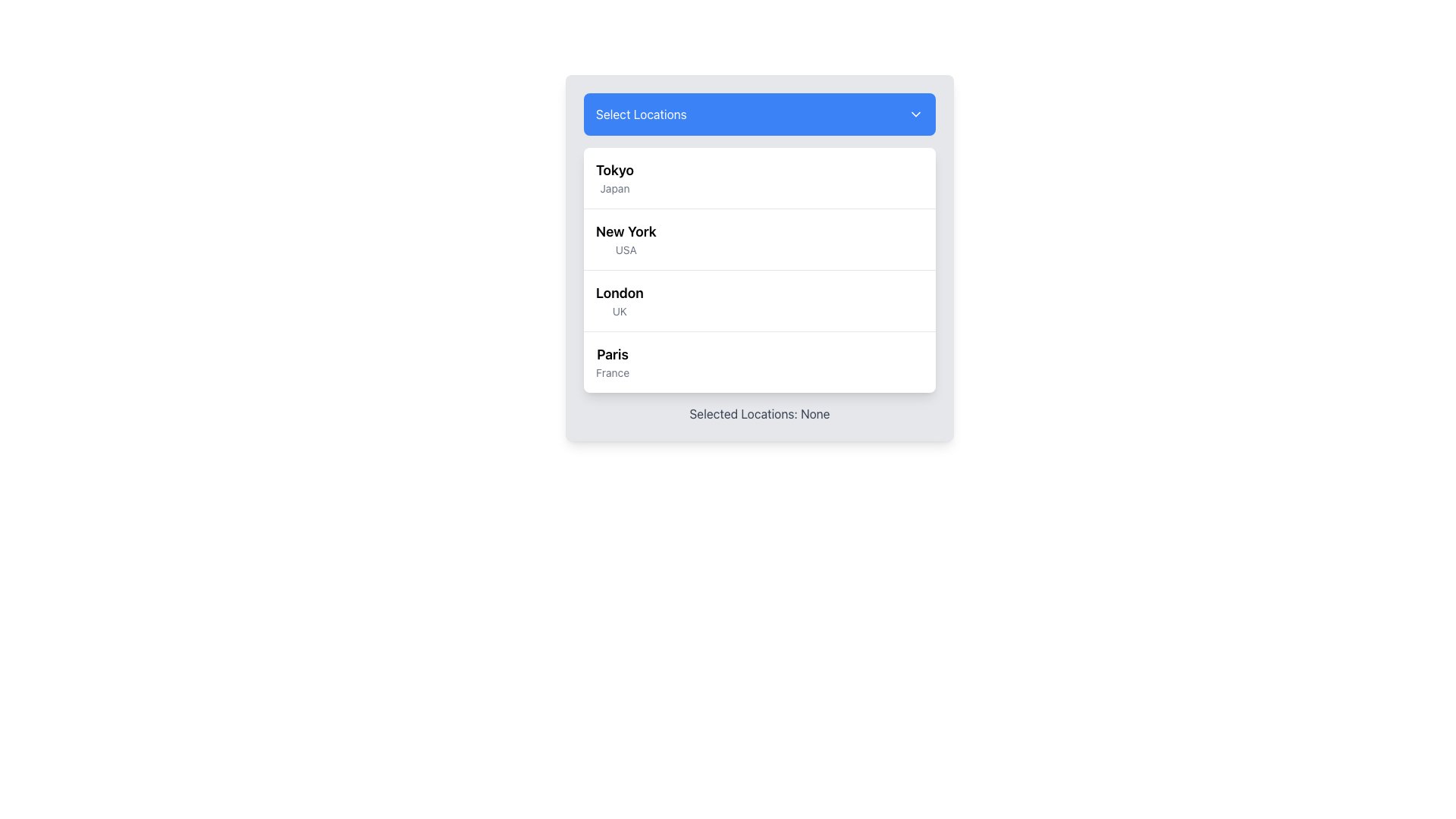 The image size is (1456, 819). What do you see at coordinates (620, 293) in the screenshot?
I see `the text label displaying 'London', which is the third option in the dropdown menu of locations, located between 'New York' and 'Paris'` at bounding box center [620, 293].